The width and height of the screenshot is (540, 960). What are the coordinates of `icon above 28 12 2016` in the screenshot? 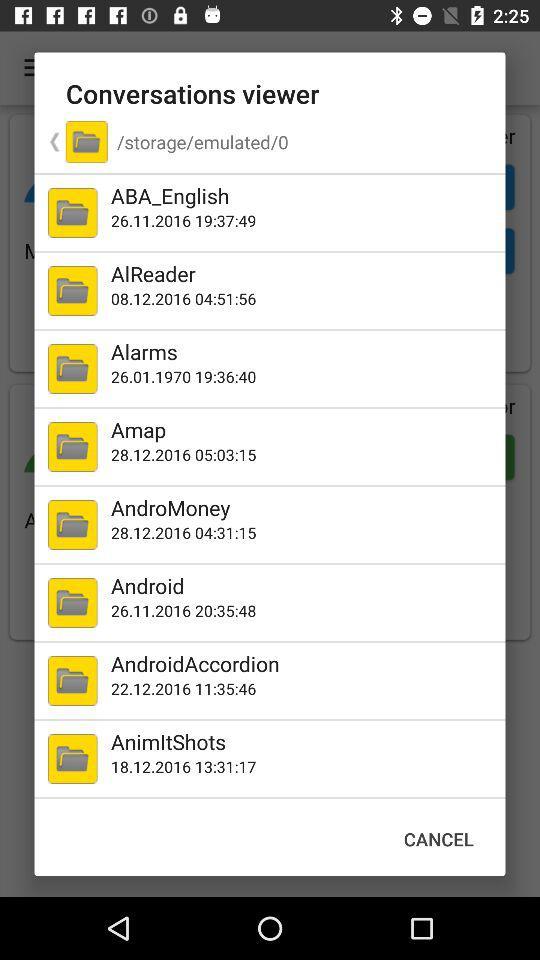 It's located at (303, 506).